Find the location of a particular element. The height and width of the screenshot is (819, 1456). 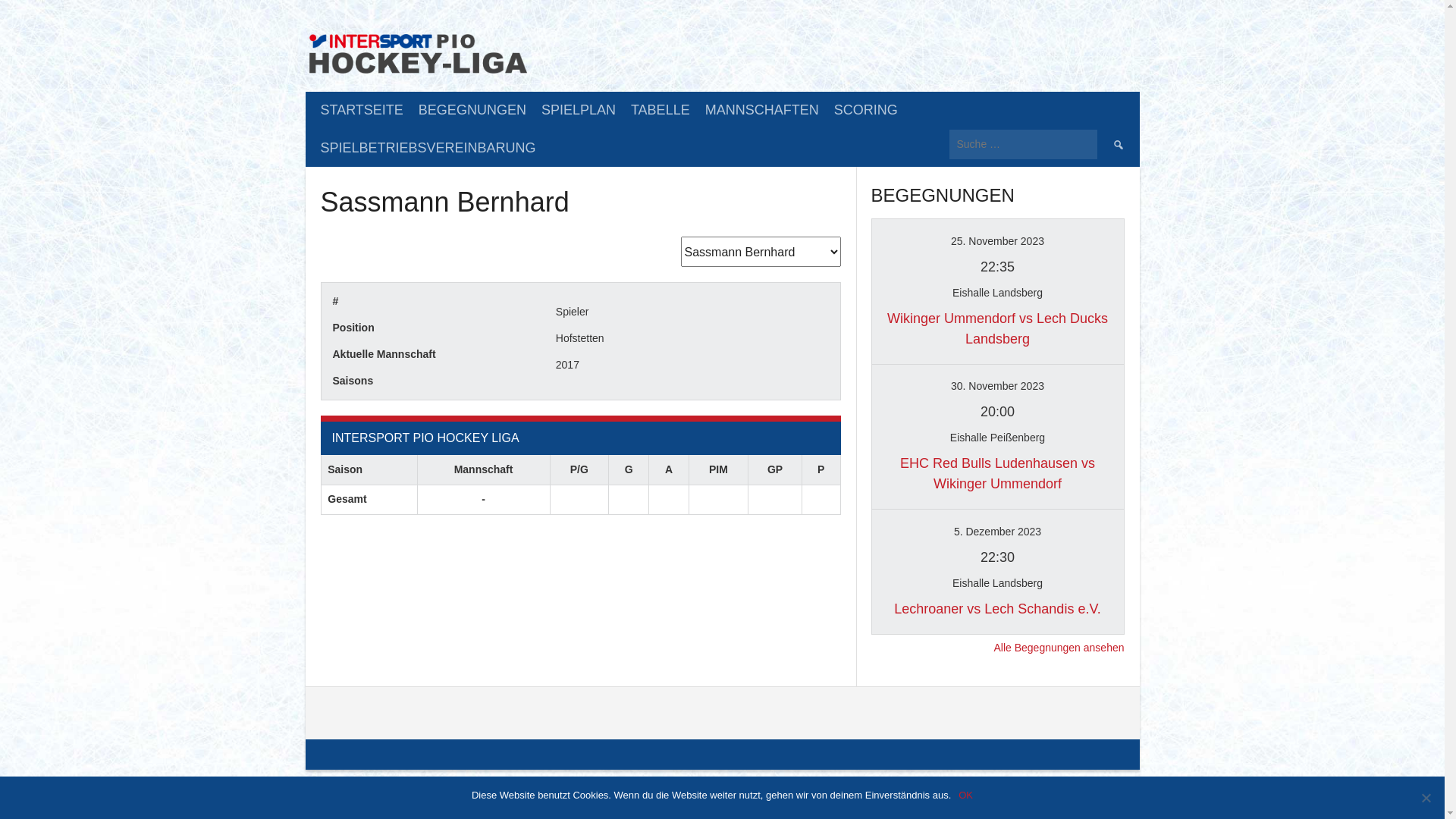

'SPIELBETRIEBSVEREINBARUNG' is located at coordinates (427, 149).